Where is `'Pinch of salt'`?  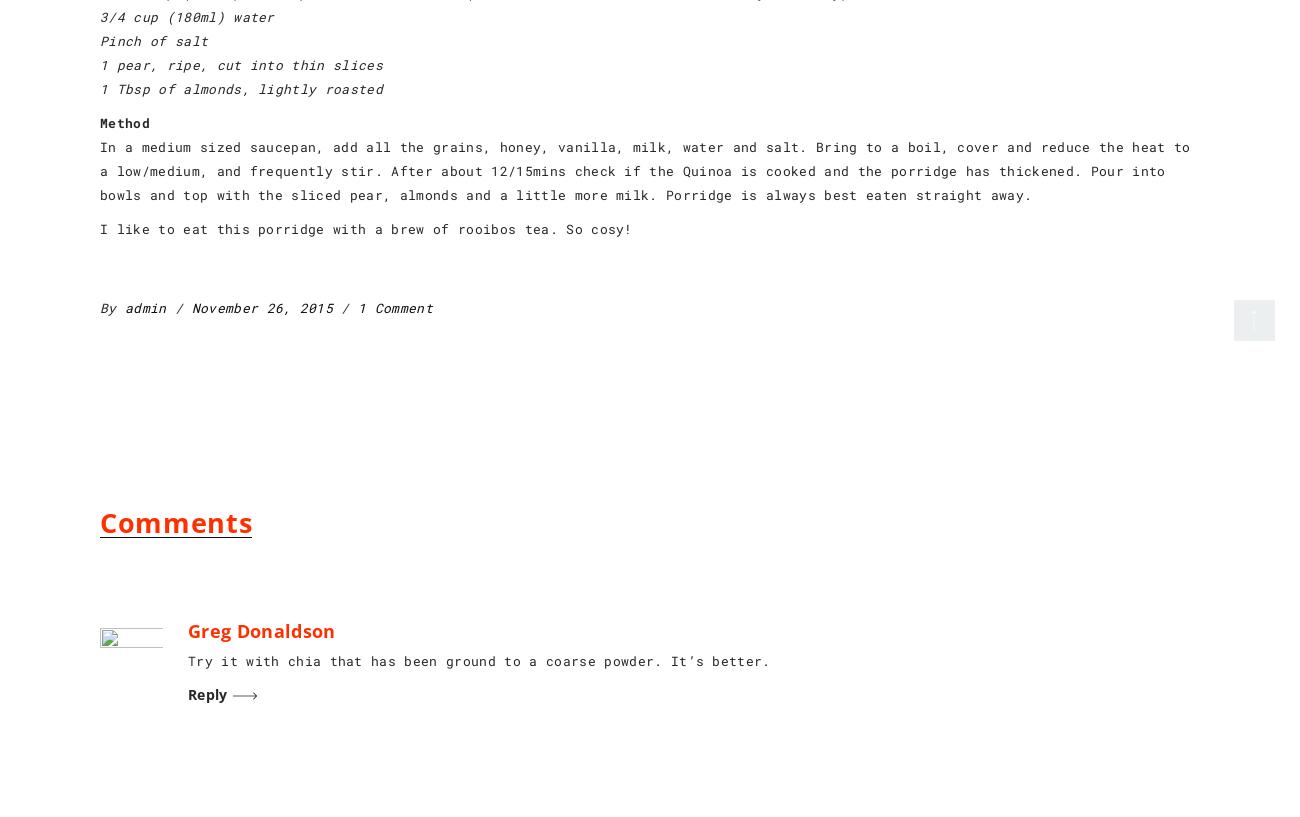
'Pinch of salt' is located at coordinates (99, 40).